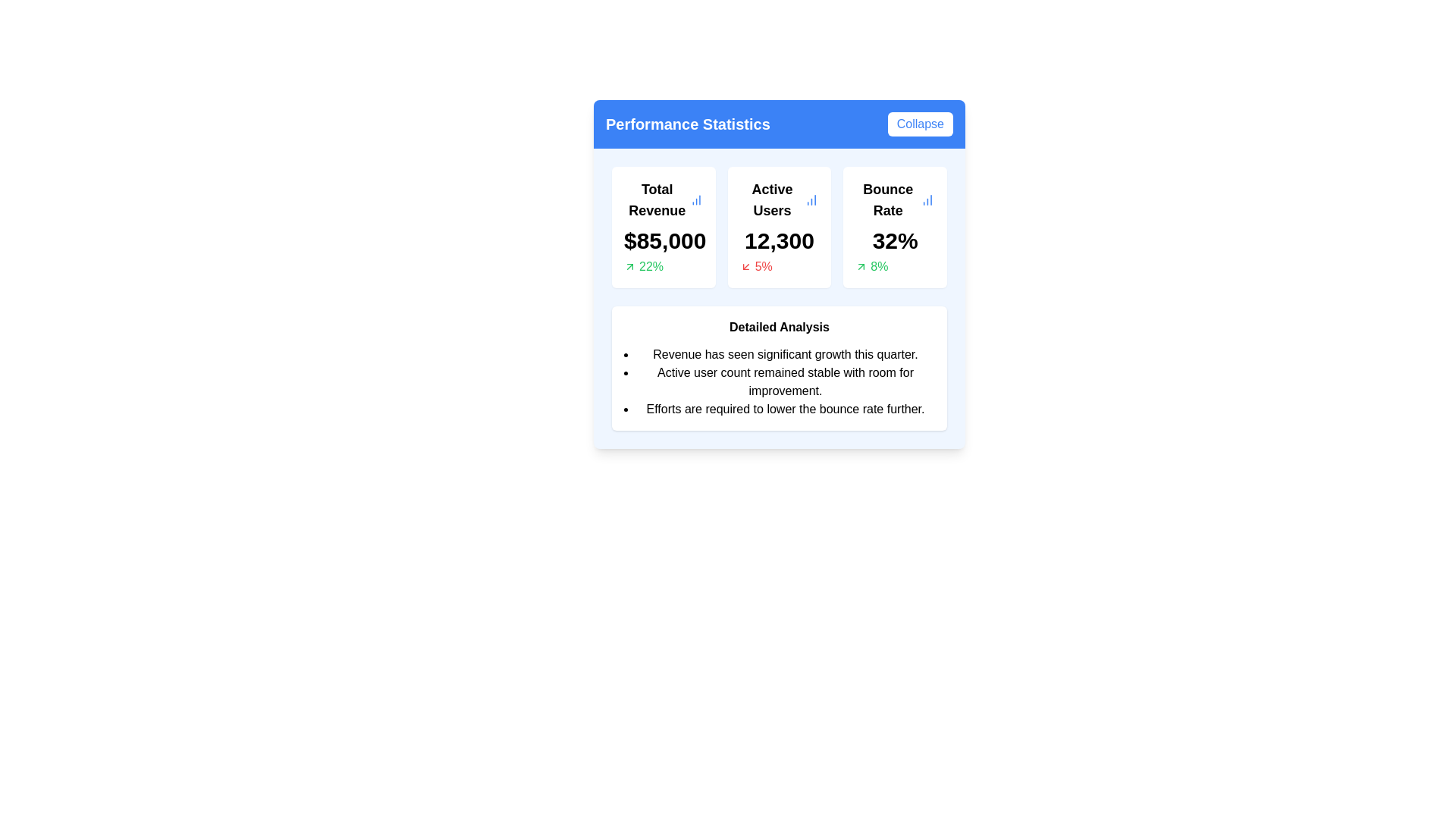 This screenshot has height=819, width=1456. I want to click on statistical data displayed on the Informational card that presents total revenue figures and trends, located at the top-left corner of the grid layout, so click(664, 227).